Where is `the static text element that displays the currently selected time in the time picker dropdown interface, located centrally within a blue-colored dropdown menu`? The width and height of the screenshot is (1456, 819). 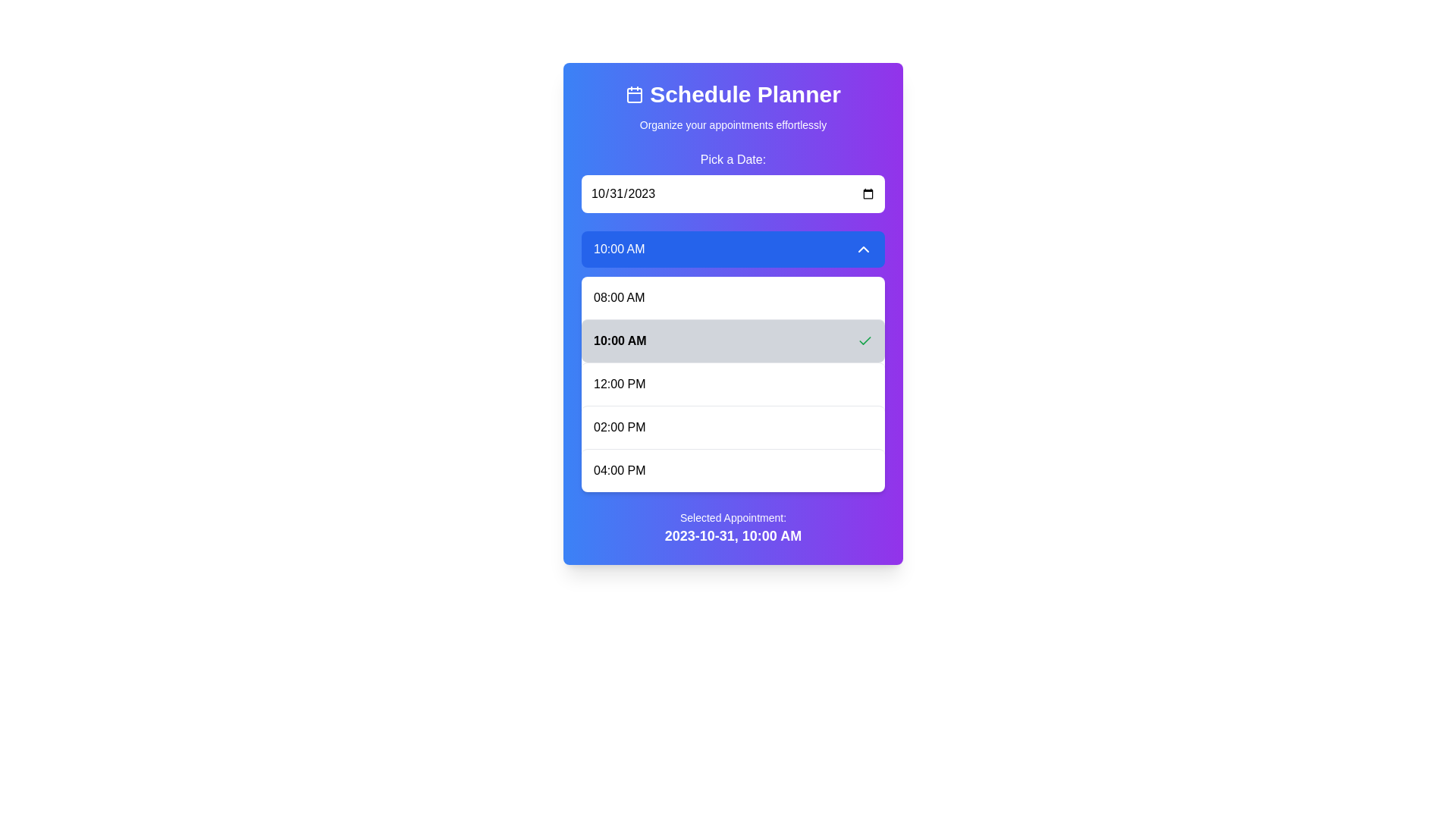 the static text element that displays the currently selected time in the time picker dropdown interface, located centrally within a blue-colored dropdown menu is located at coordinates (619, 248).